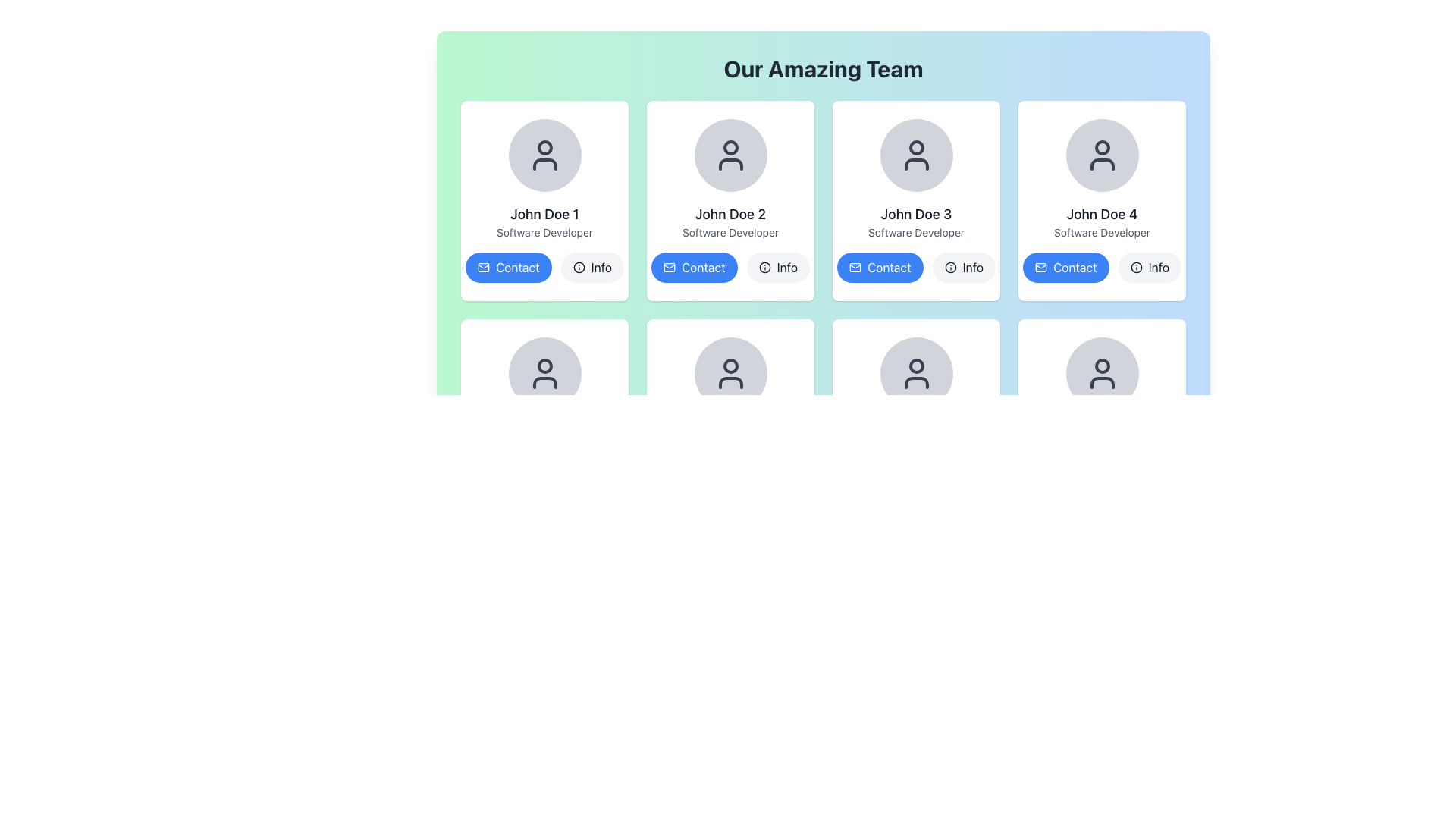 This screenshot has height=819, width=1456. Describe the element at coordinates (730, 374) in the screenshot. I see `the user icon located at the center of the circular area in the second row and second column of the profile grid` at that location.